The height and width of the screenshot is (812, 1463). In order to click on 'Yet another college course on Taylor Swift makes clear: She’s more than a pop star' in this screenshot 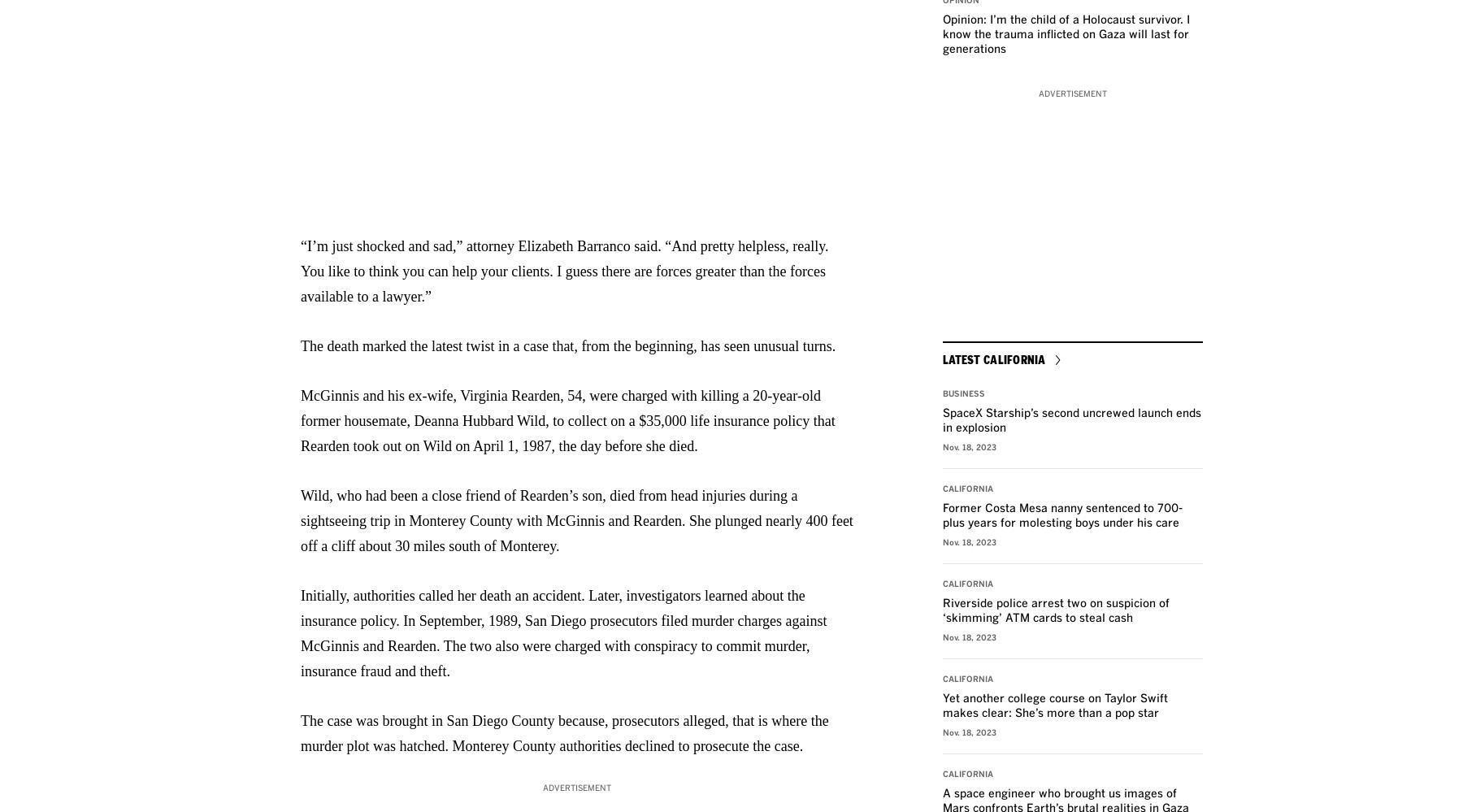, I will do `click(1055, 706)`.